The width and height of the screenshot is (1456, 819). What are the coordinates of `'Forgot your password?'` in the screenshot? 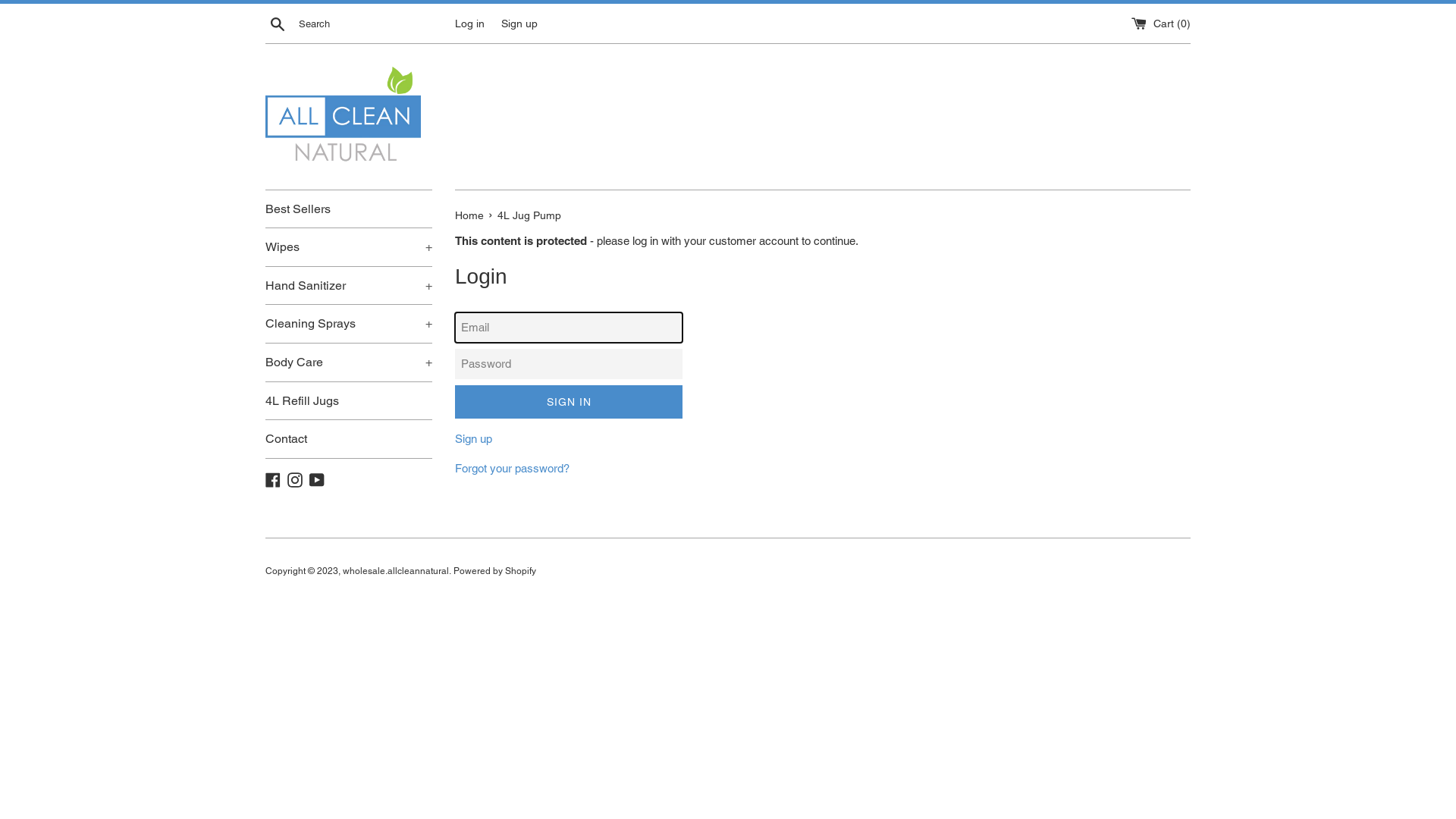 It's located at (512, 467).